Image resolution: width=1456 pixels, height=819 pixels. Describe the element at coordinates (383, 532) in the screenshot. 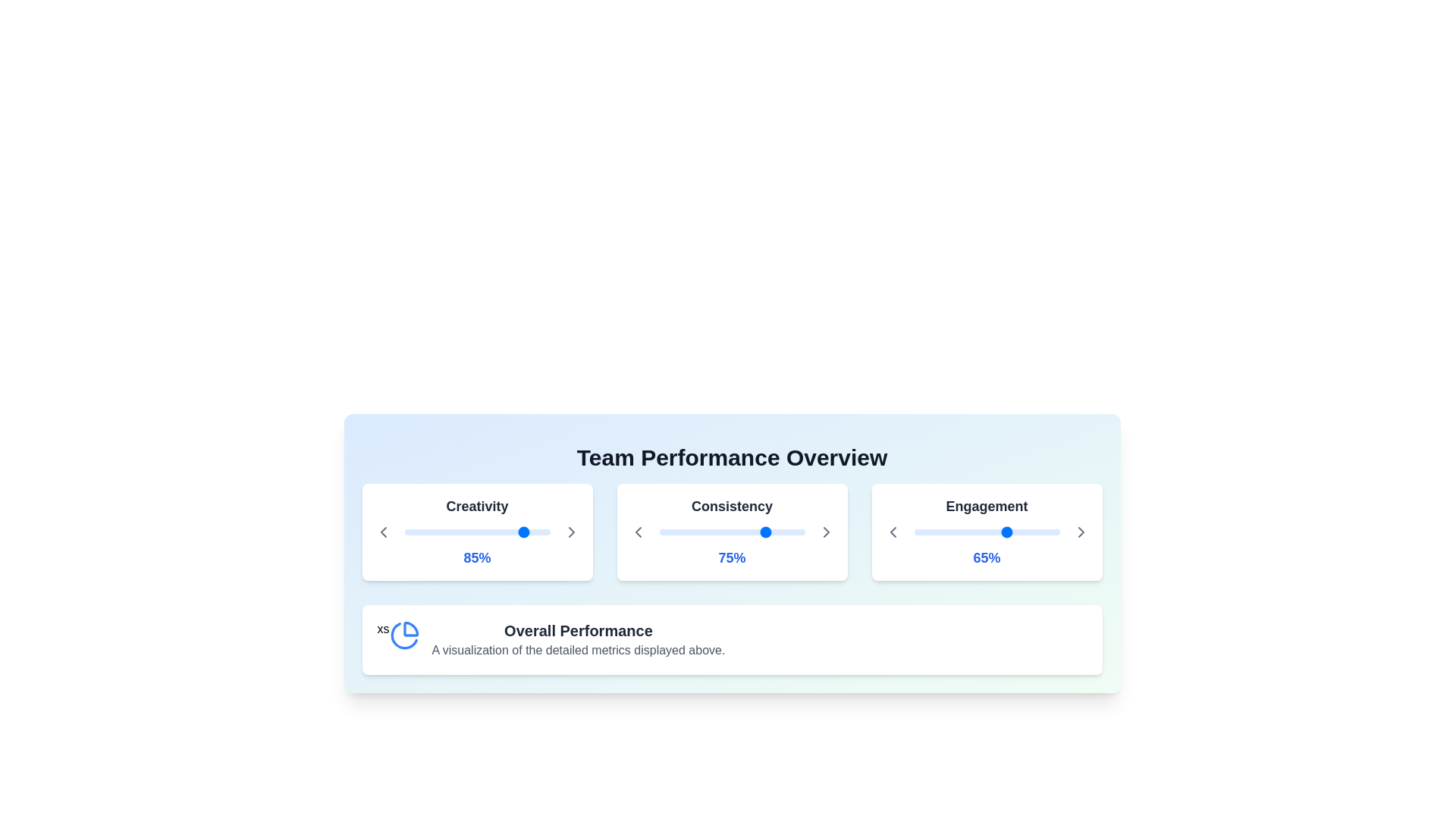

I see `the navigation button located in the left section of the 'Creativity' card to decrease the 'Creativity' value` at that location.